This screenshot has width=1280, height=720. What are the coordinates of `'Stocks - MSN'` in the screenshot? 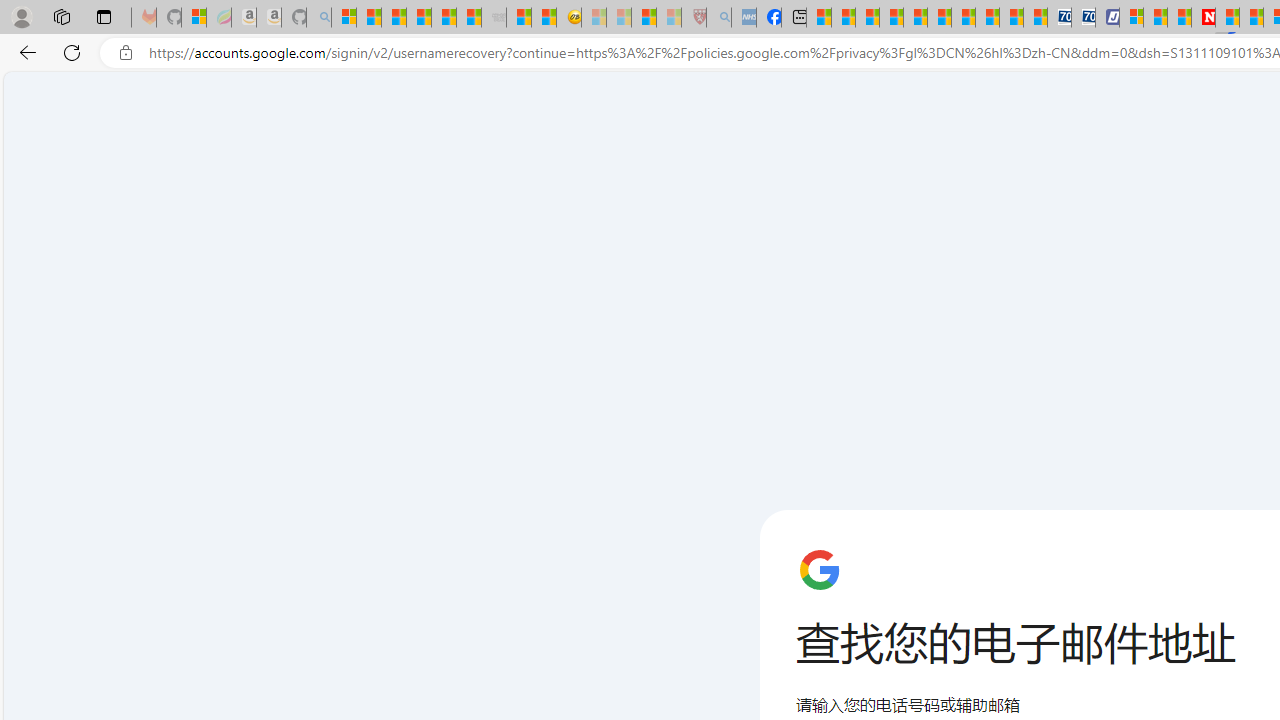 It's located at (468, 17).